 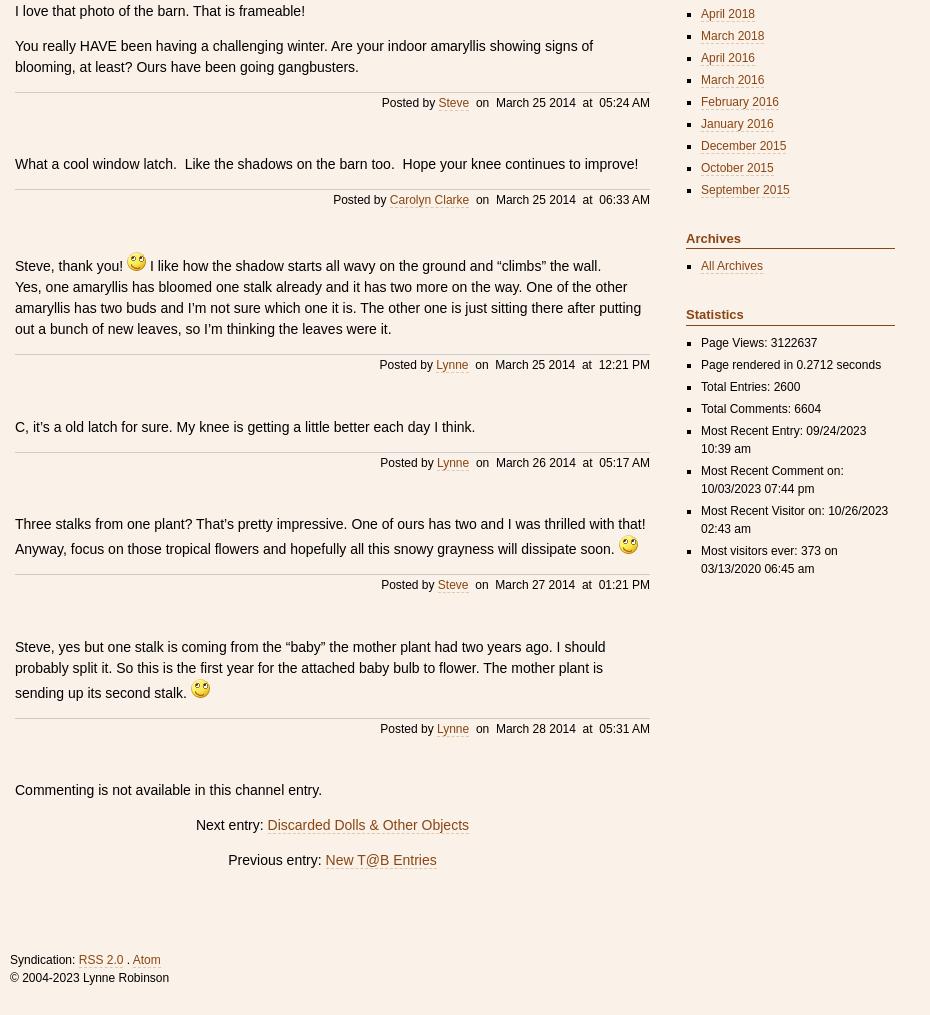 What do you see at coordinates (789, 362) in the screenshot?
I see `'Page rendered in 0.2712 seconds'` at bounding box center [789, 362].